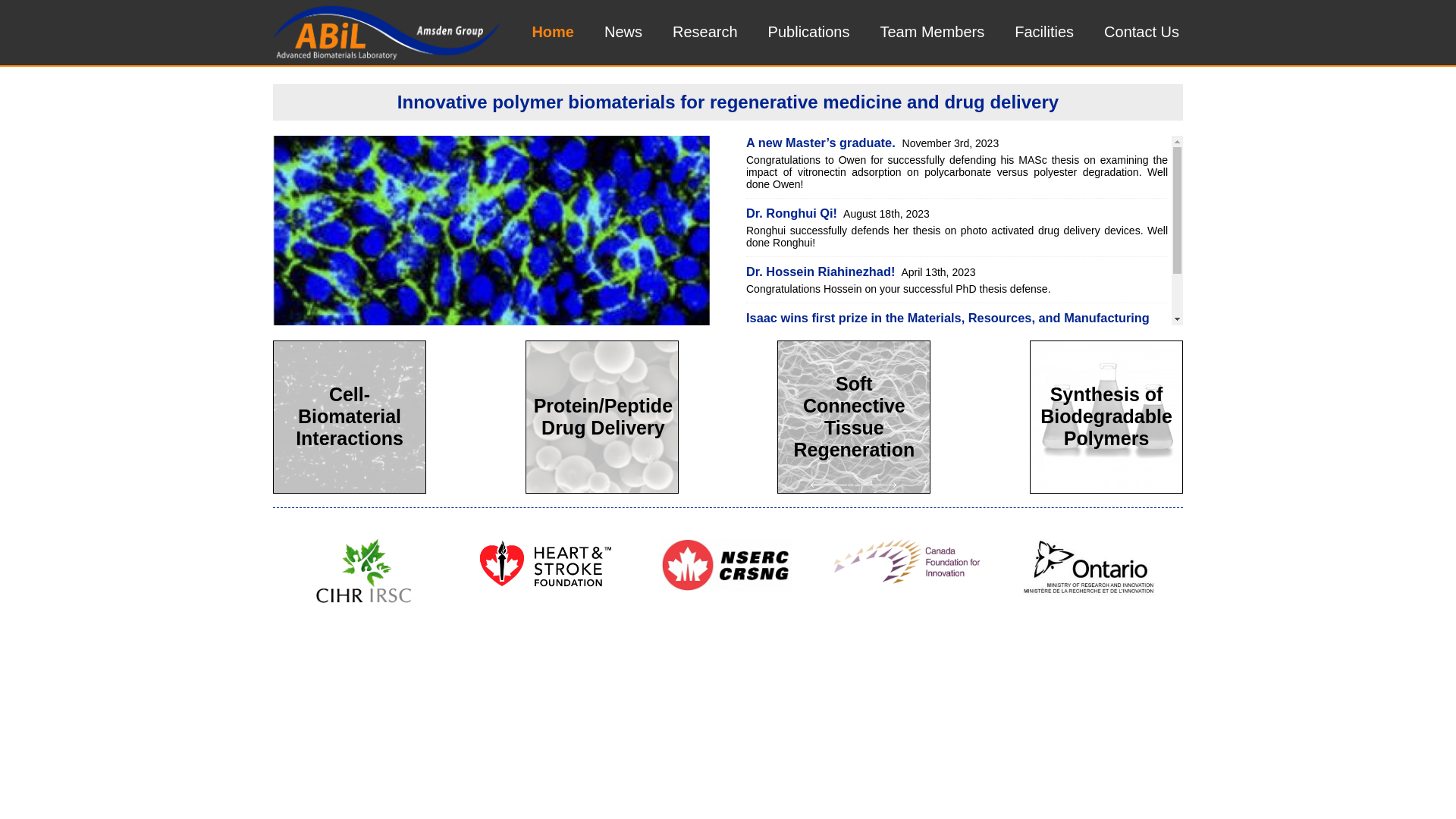 The image size is (1456, 819). I want to click on 'Protein/Peptide Drug Delivery', so click(601, 418).